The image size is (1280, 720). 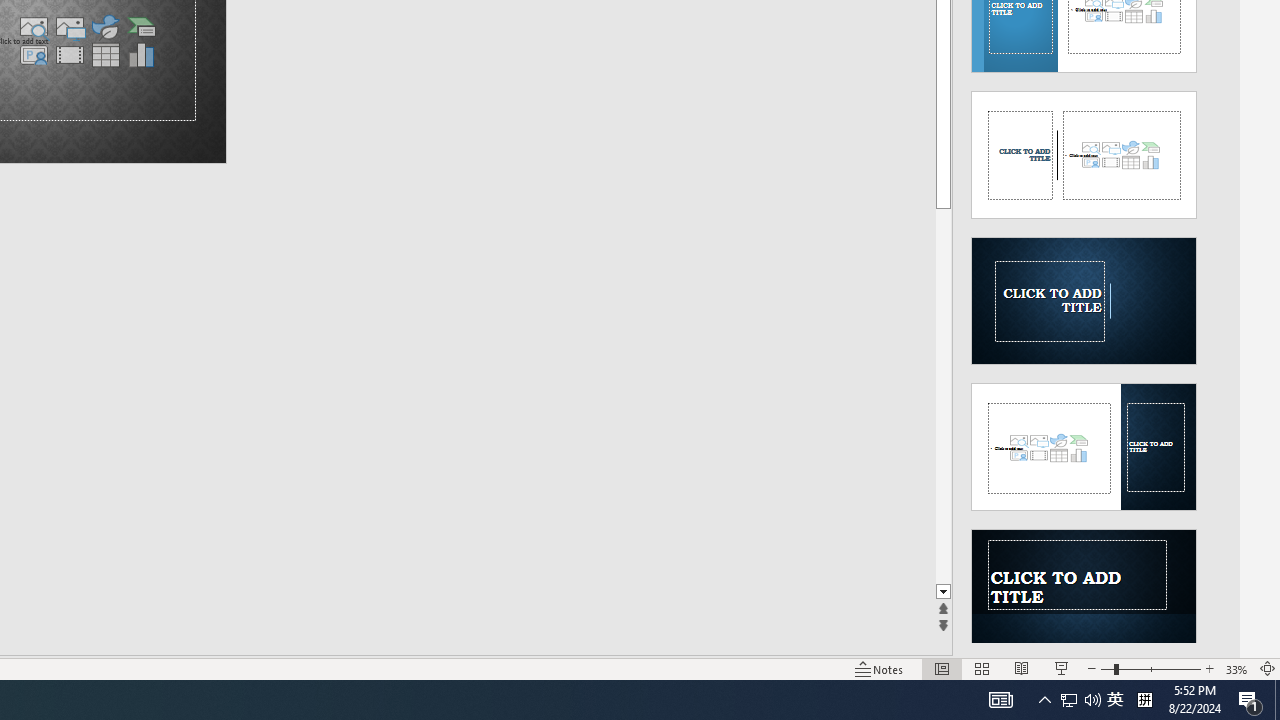 What do you see at coordinates (33, 54) in the screenshot?
I see `'Insert Cameo'` at bounding box center [33, 54].